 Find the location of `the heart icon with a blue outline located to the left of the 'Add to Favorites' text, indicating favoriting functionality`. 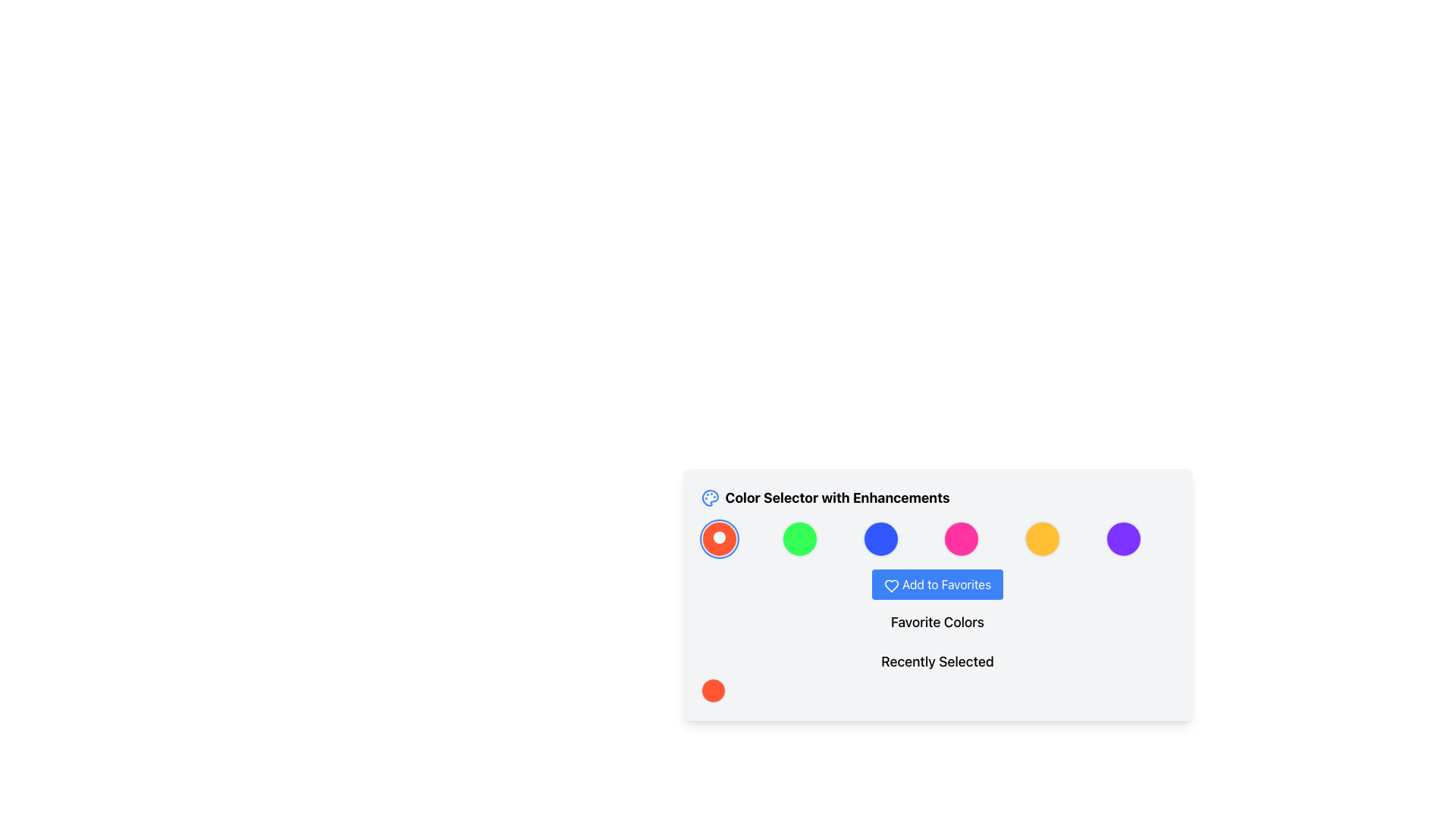

the heart icon with a blue outline located to the left of the 'Add to Favorites' text, indicating favoriting functionality is located at coordinates (891, 585).